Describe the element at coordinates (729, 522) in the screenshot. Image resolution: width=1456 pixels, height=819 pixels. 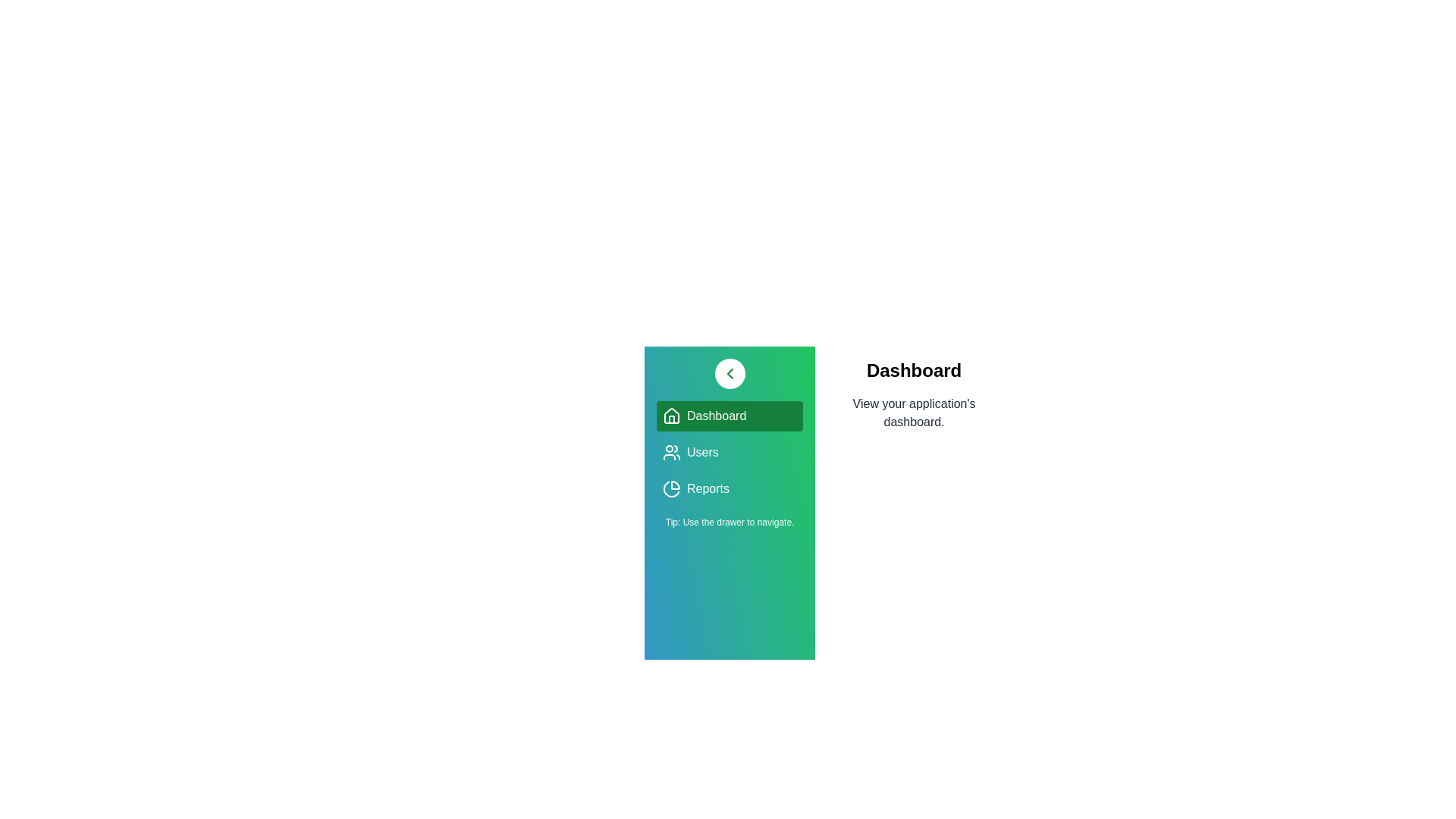
I see `the informational tip text to interact with it` at that location.